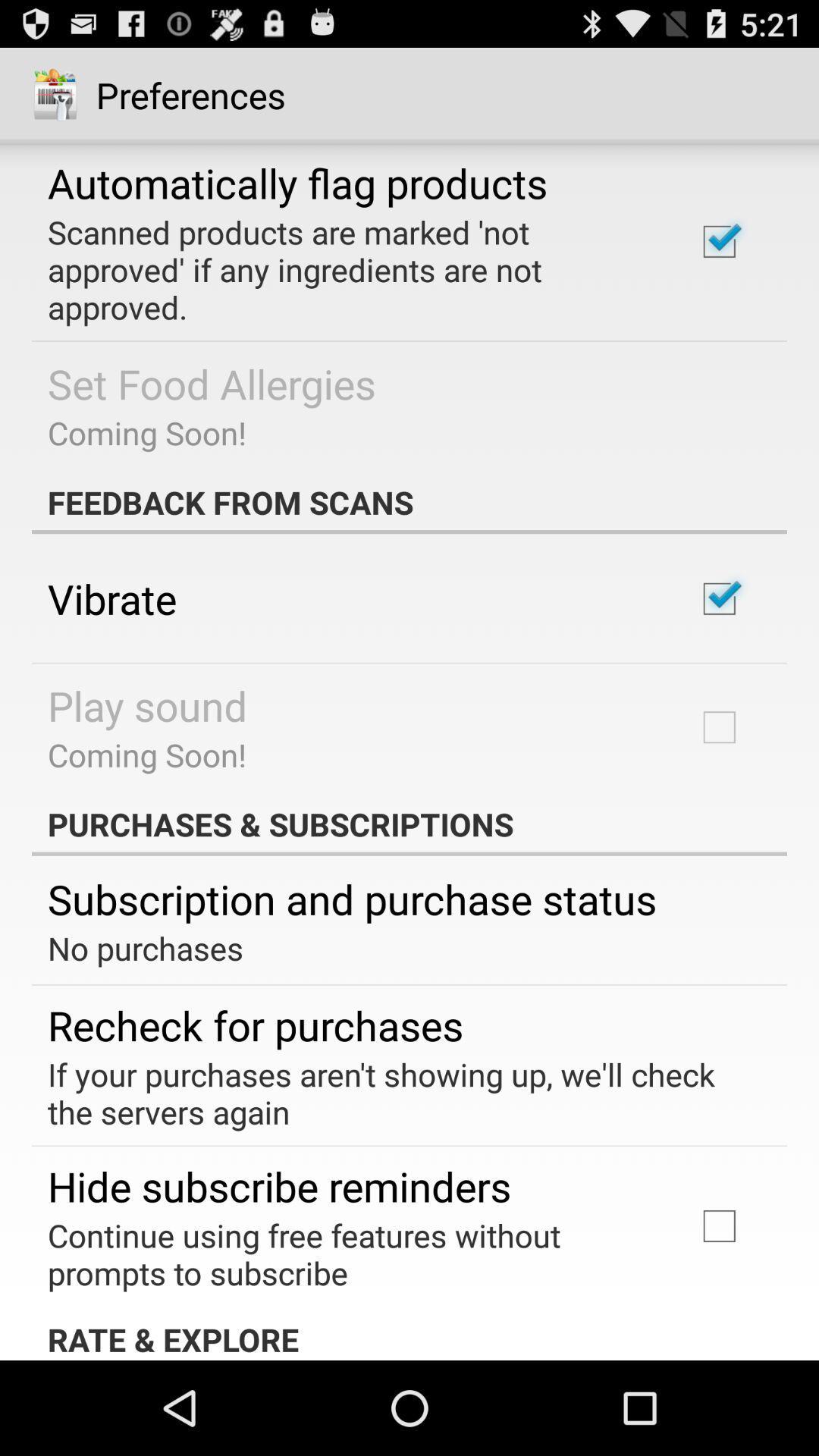 The image size is (819, 1456). What do you see at coordinates (398, 1093) in the screenshot?
I see `if your purchases item` at bounding box center [398, 1093].